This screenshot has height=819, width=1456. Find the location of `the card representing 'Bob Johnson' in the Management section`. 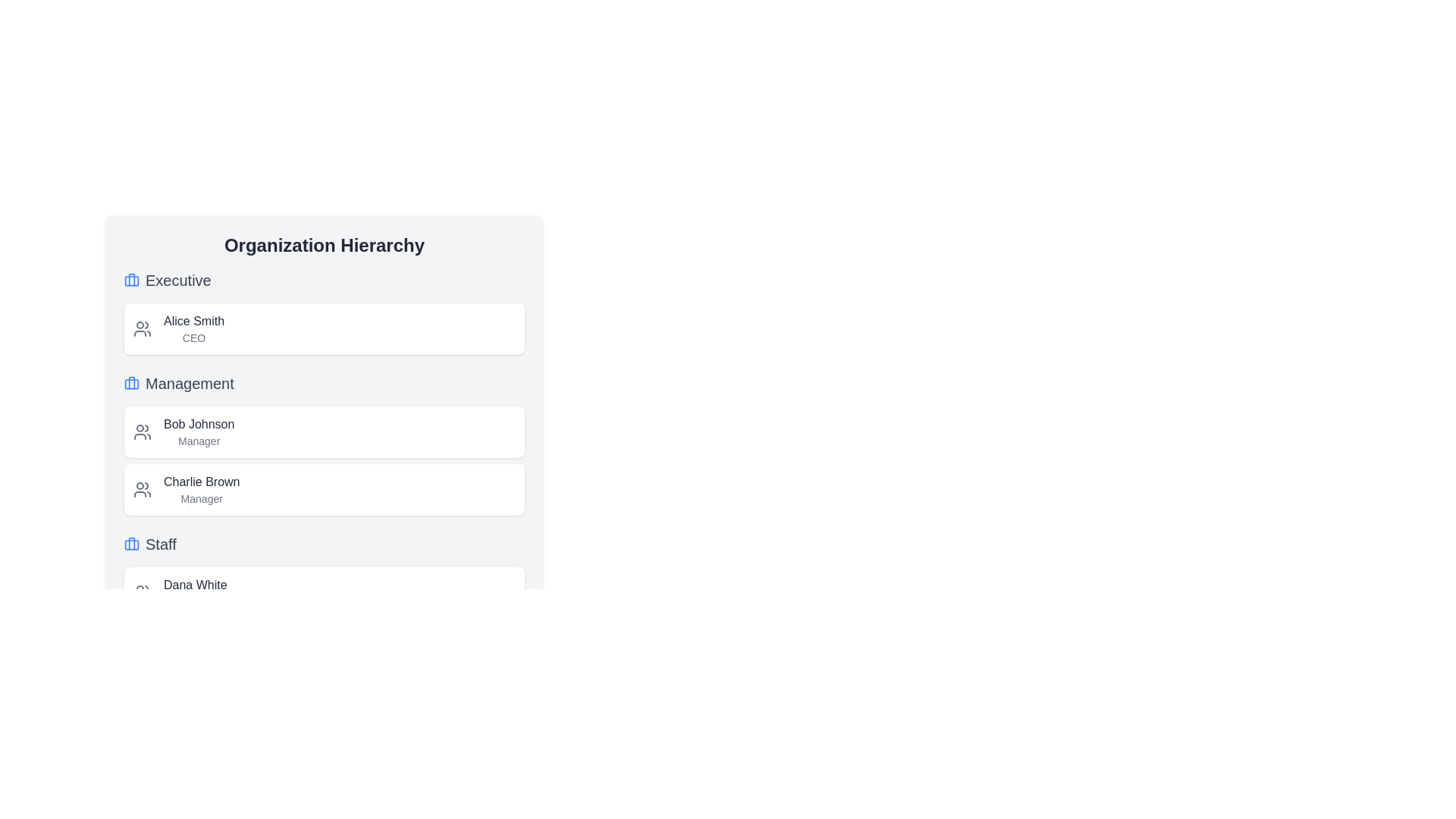

the card representing 'Bob Johnson' in the Management section is located at coordinates (323, 460).